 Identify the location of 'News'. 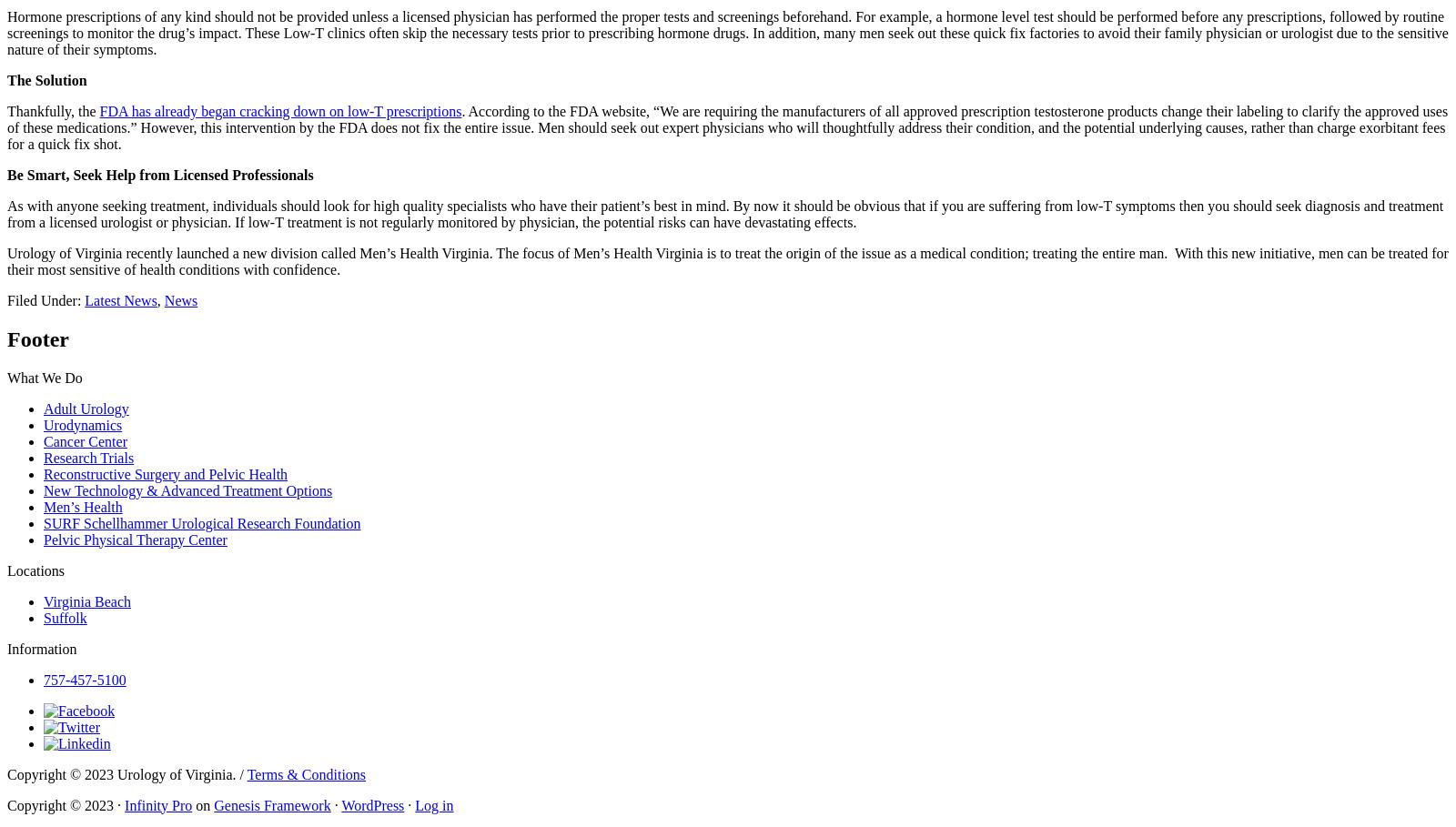
(179, 299).